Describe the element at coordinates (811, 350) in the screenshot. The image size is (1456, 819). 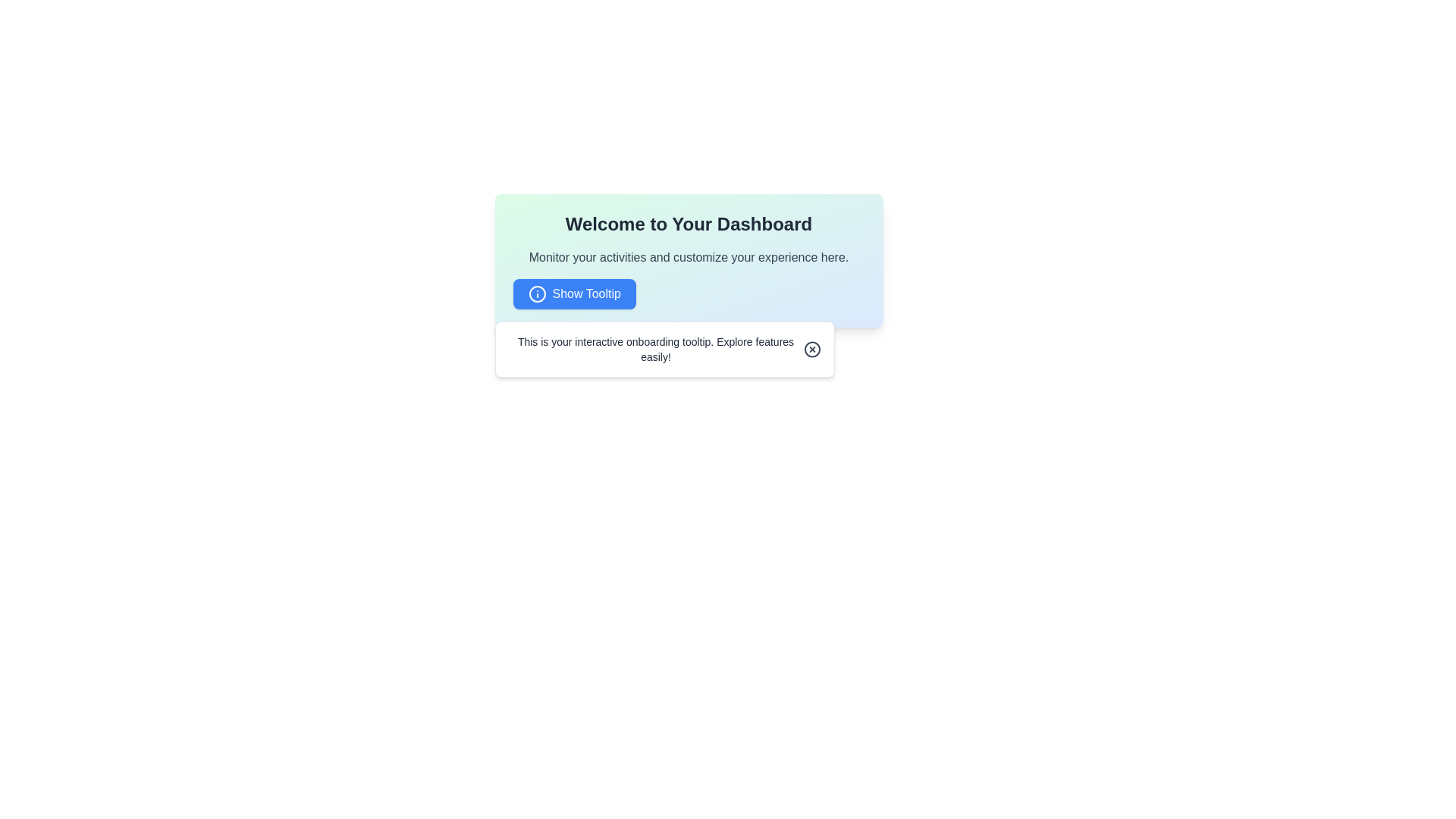
I see `the close button located at the far right end of the white tooltip box` at that location.